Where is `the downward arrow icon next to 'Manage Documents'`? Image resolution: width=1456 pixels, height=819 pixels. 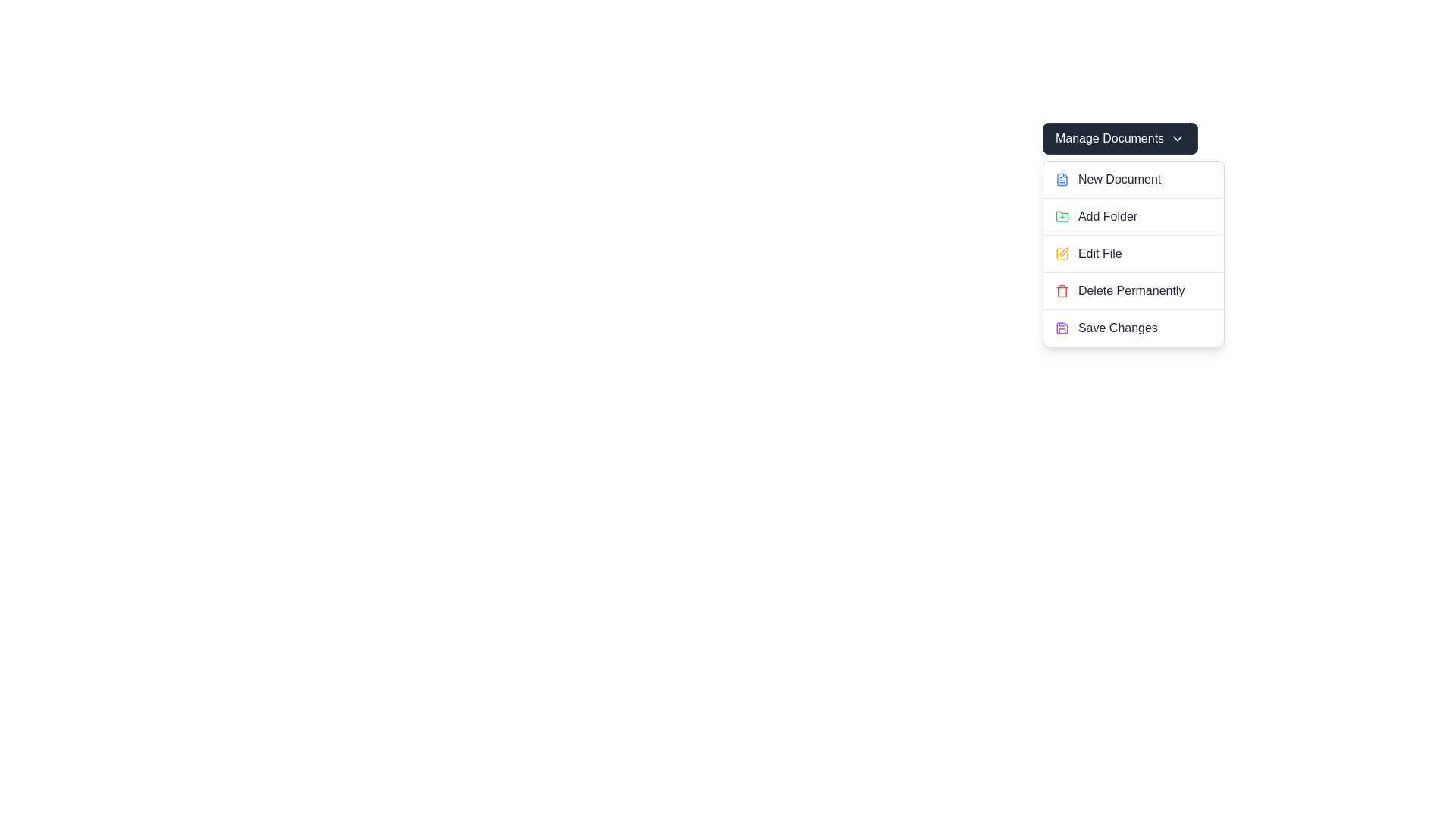 the downward arrow icon next to 'Manage Documents' is located at coordinates (1177, 138).